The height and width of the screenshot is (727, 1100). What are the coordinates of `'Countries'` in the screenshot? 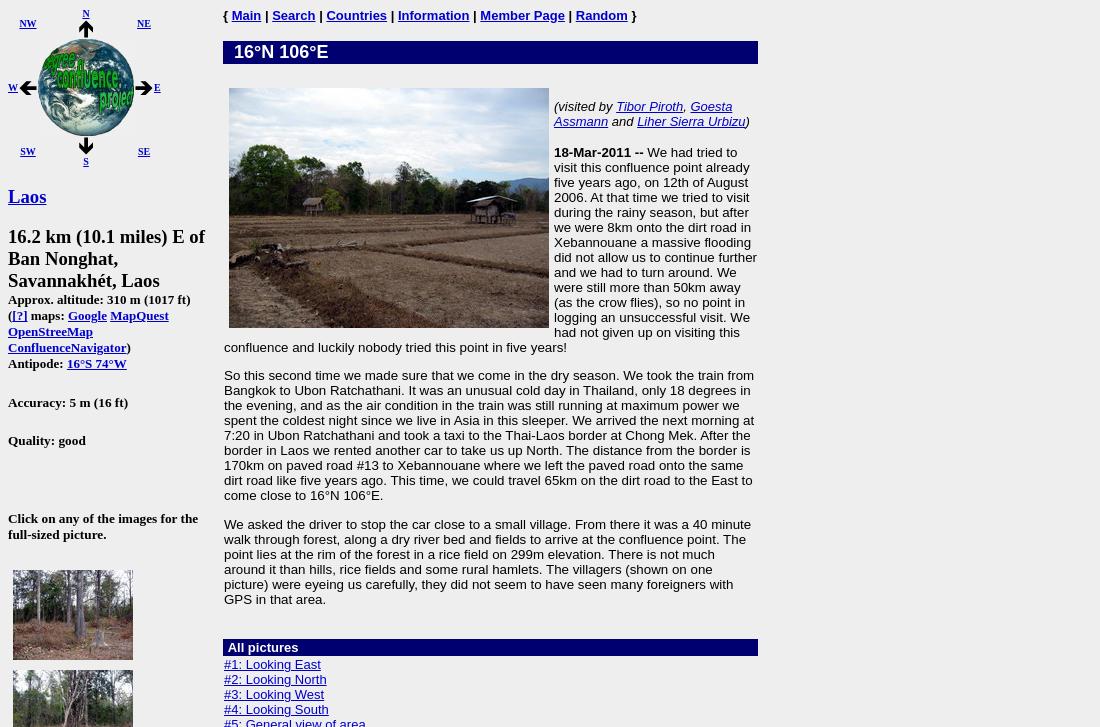 It's located at (325, 15).